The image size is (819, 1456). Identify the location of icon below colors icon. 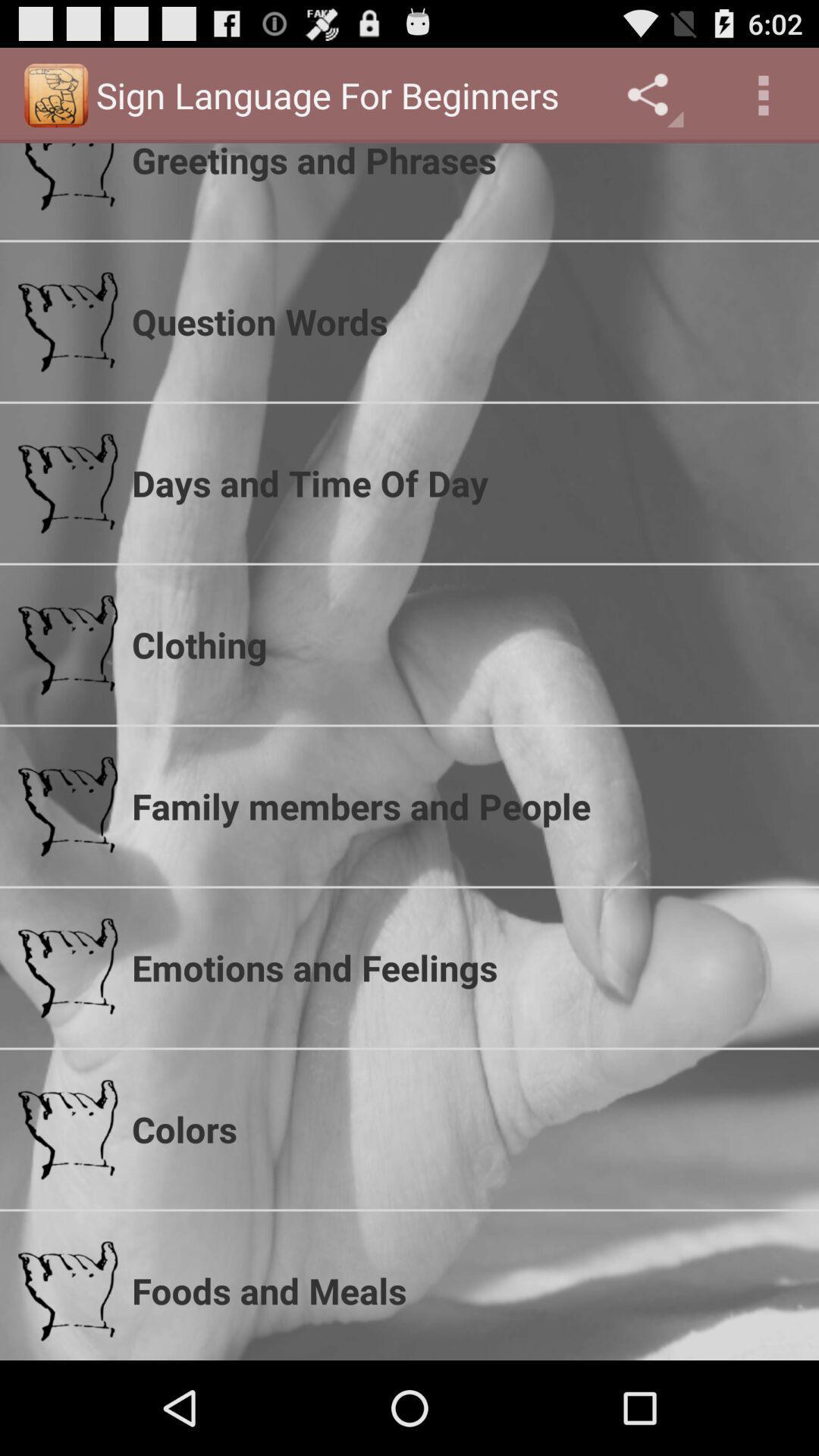
(465, 1290).